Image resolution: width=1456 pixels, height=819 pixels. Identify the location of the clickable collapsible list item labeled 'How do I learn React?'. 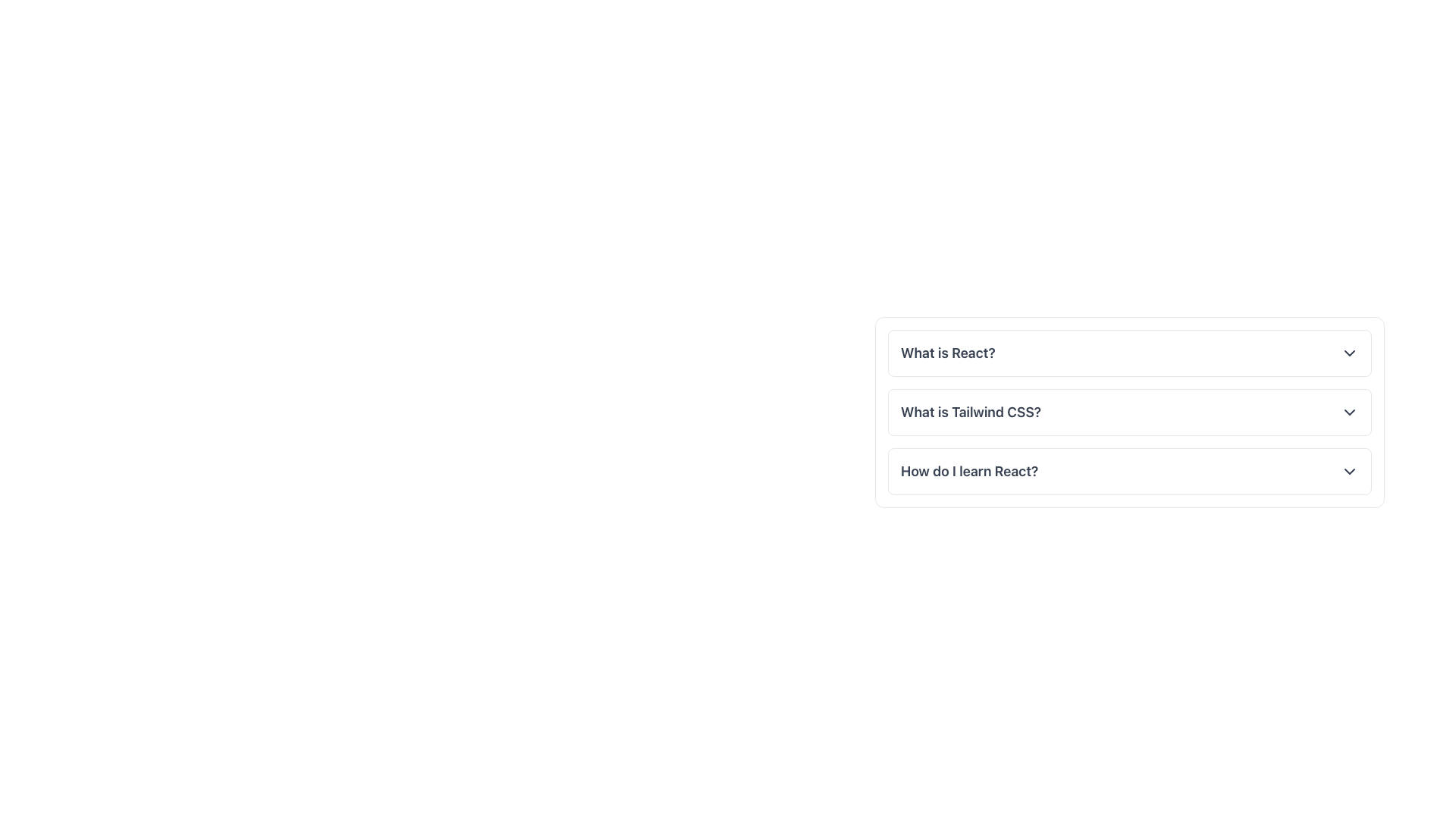
(1129, 470).